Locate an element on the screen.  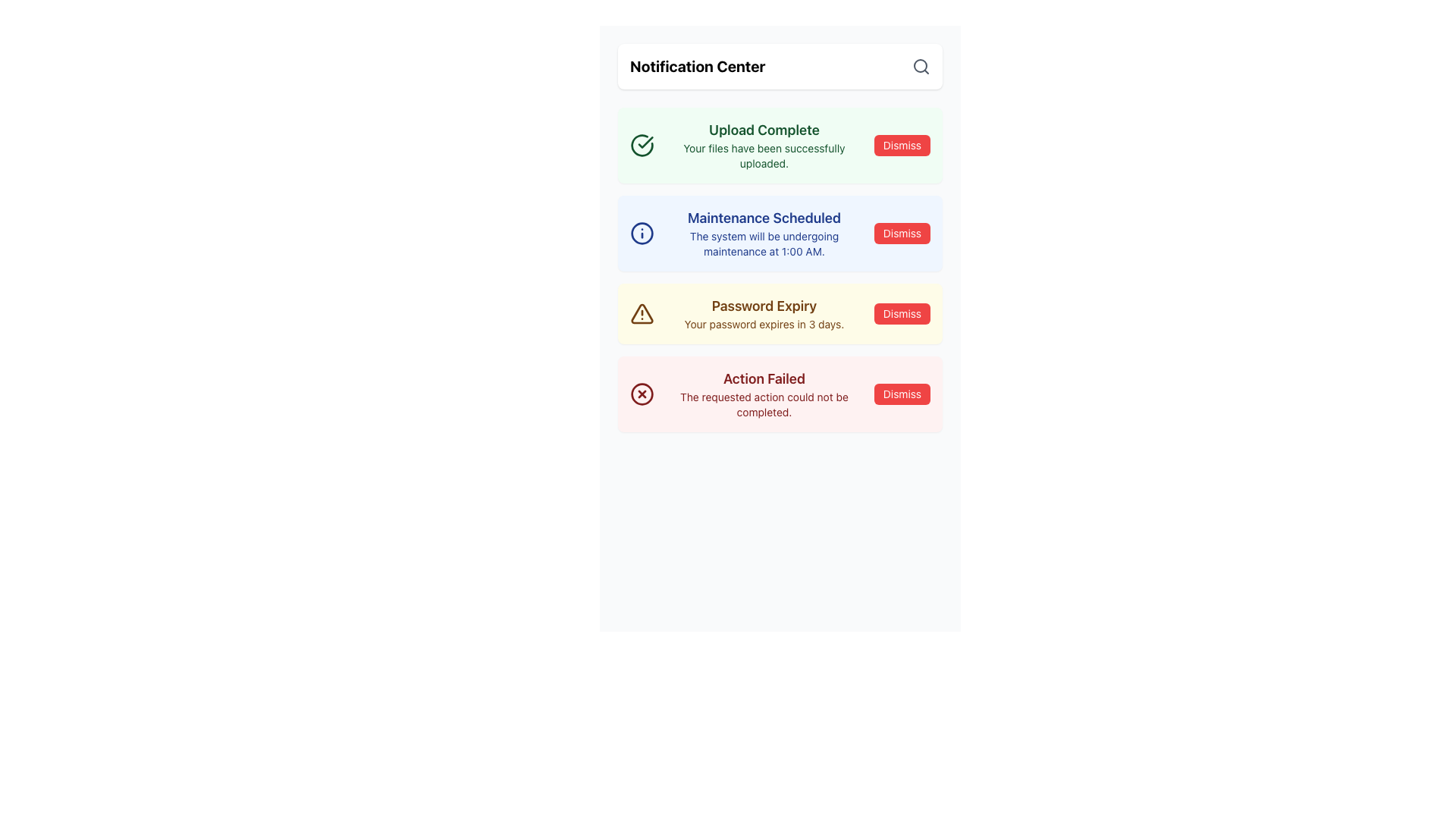
the success status icon located at the top-left corner of the 'Upload Complete' notification card in the notification center interface is located at coordinates (642, 146).